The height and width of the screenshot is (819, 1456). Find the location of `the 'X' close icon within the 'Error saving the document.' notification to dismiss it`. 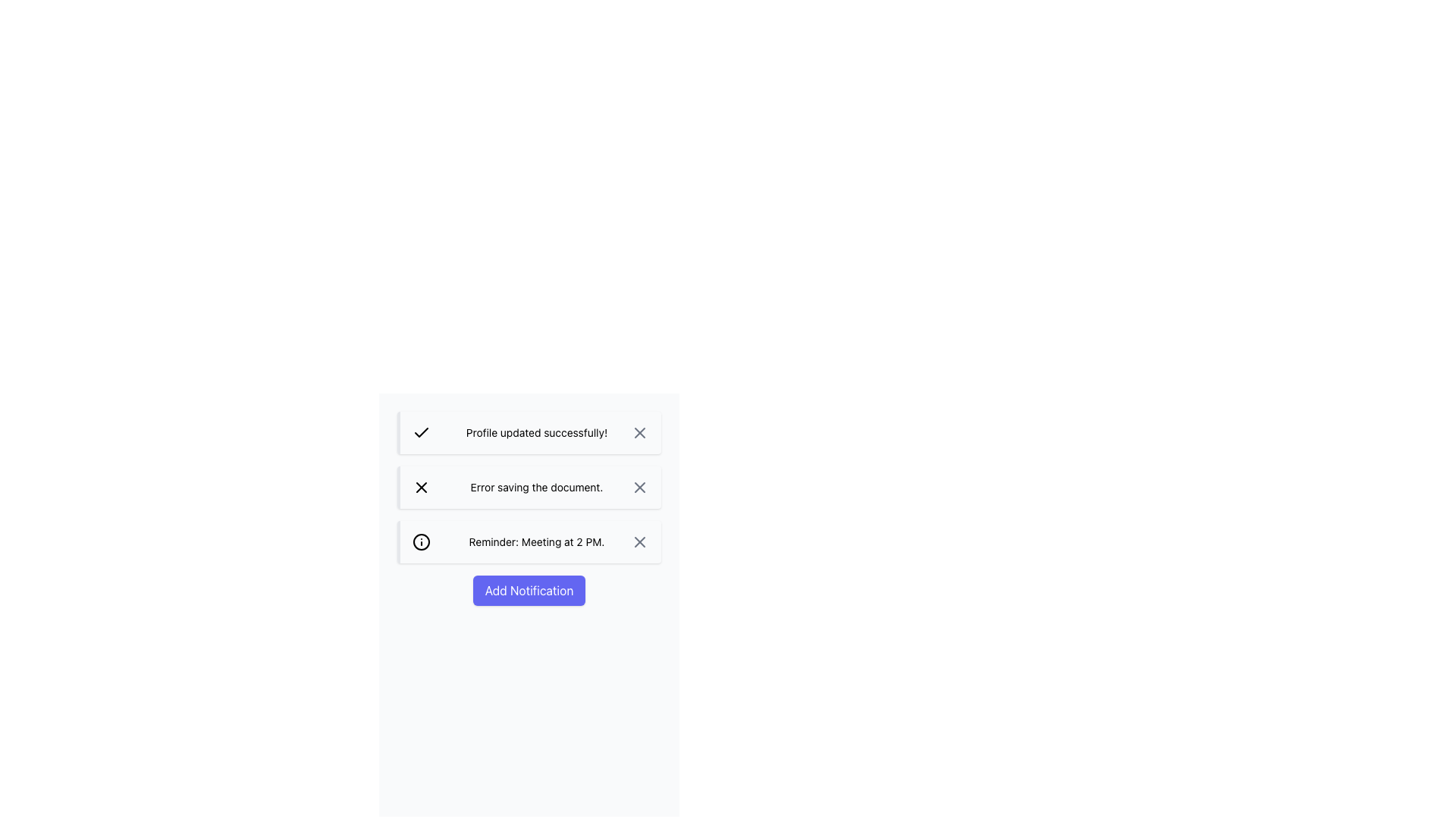

the 'X' close icon within the 'Error saving the document.' notification to dismiss it is located at coordinates (640, 488).